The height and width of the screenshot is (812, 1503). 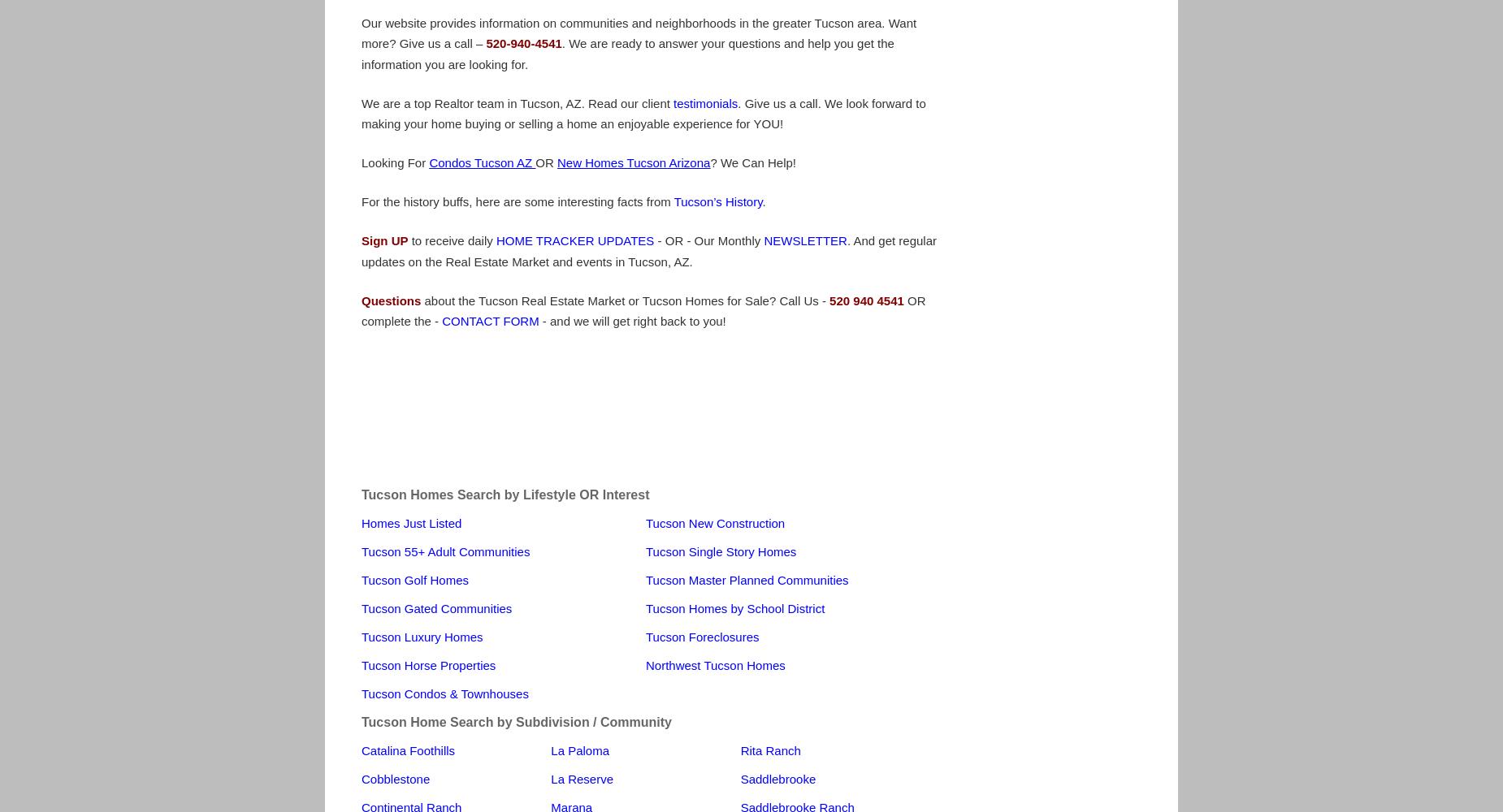 What do you see at coordinates (414, 578) in the screenshot?
I see `'Tucson Golf Homes'` at bounding box center [414, 578].